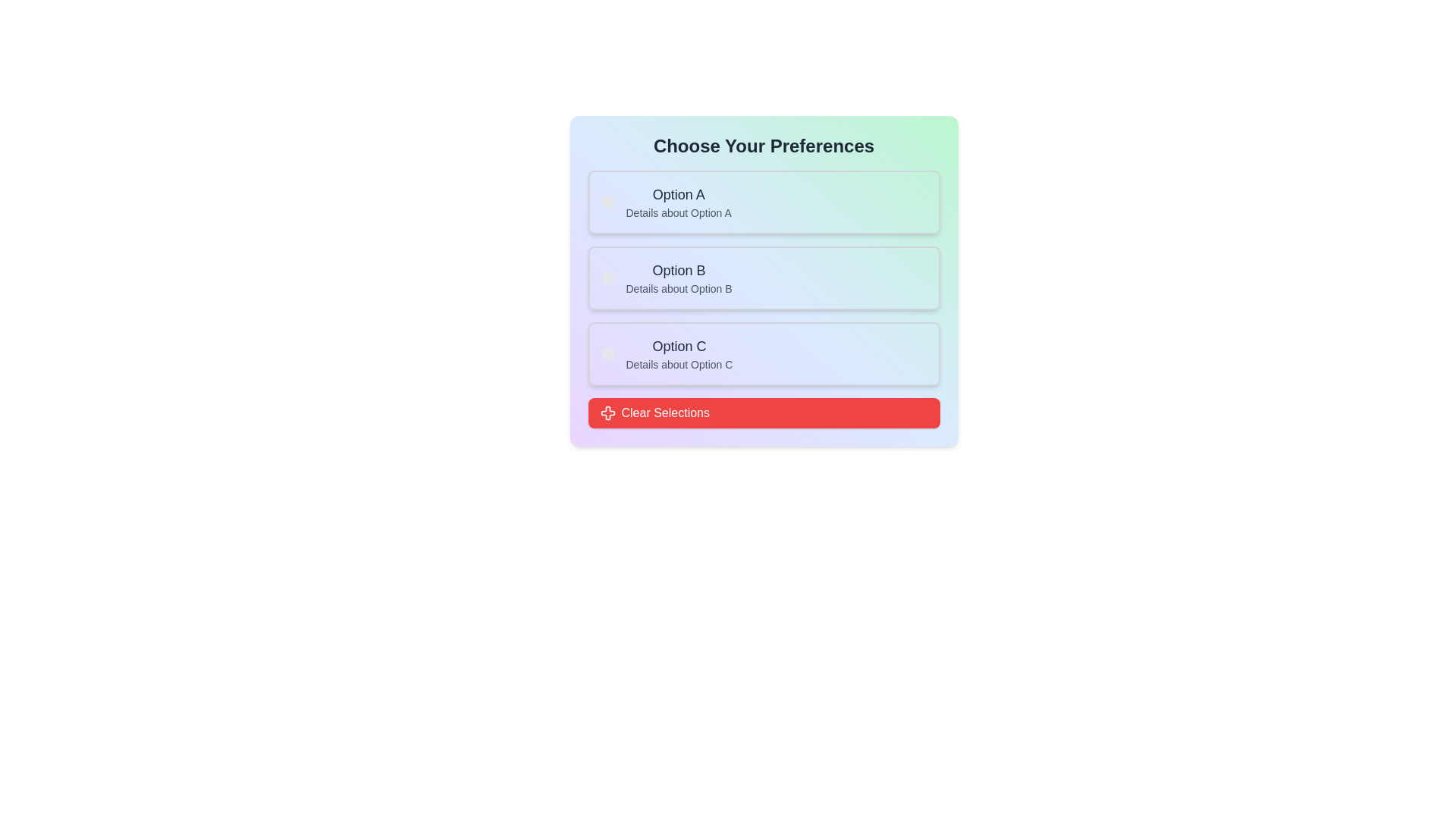  Describe the element at coordinates (764, 353) in the screenshot. I see `the Option card labeled 'Option C' to trigger its hover effects, which is the third selectable item in a vertical list with a gradient background` at that location.